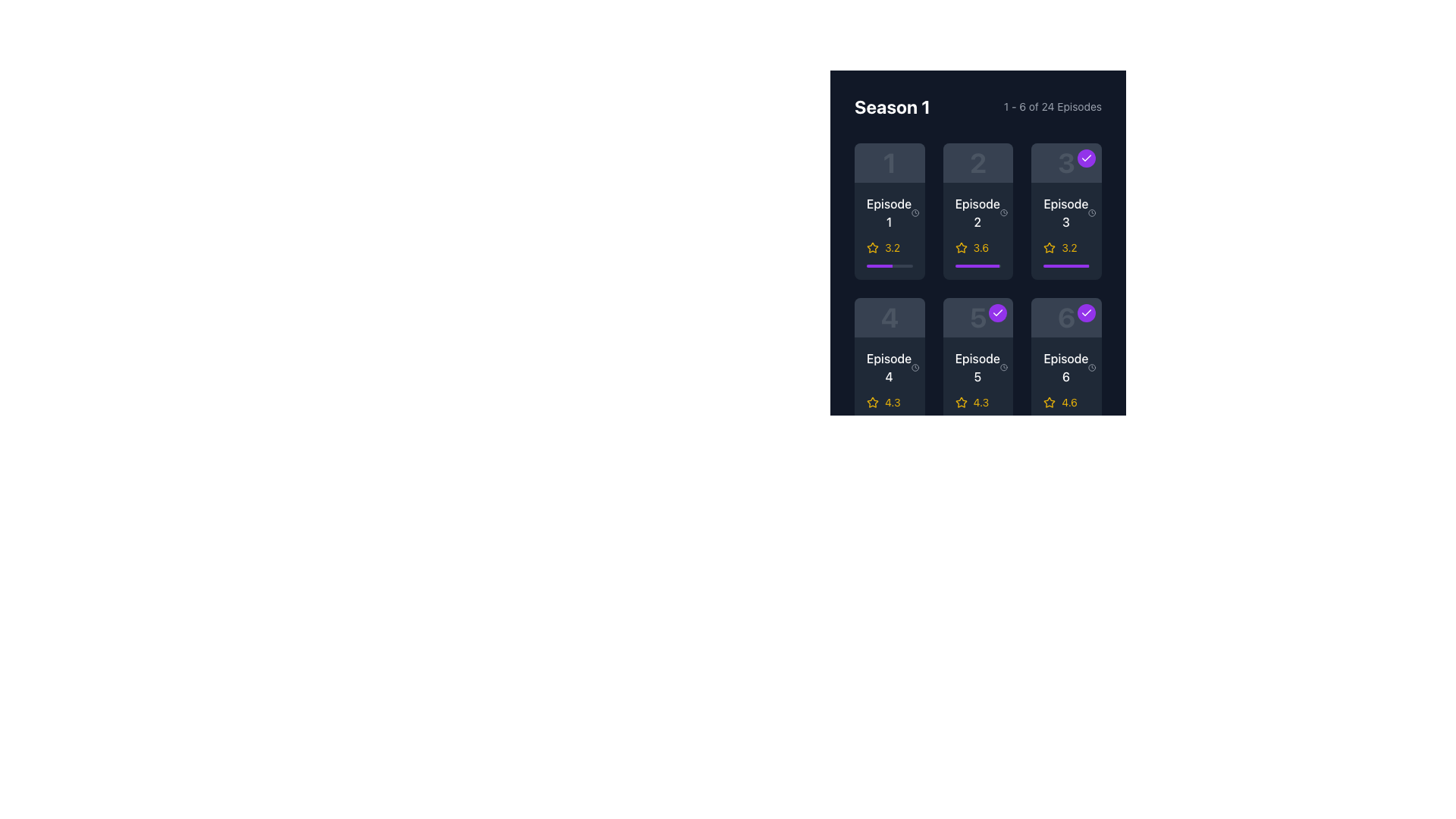 This screenshot has height=819, width=1456. Describe the element at coordinates (1065, 368) in the screenshot. I see `the static text label indicating 'Episode 6' within the card-like UI element, positioned in the bottom-right of the grid layout` at that location.